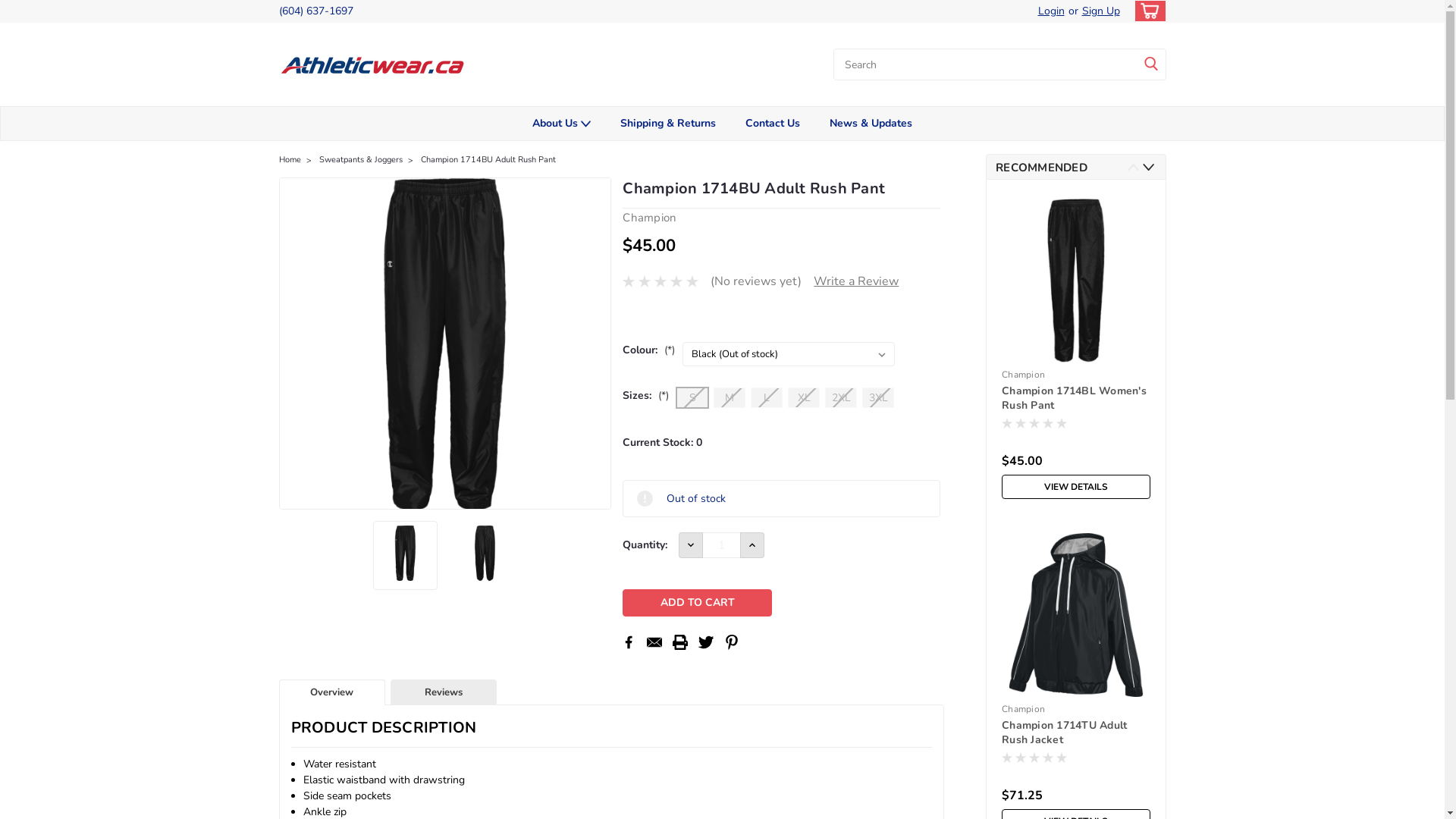  Describe the element at coordinates (752, 544) in the screenshot. I see `'INCREASE QUANTITY:'` at that location.